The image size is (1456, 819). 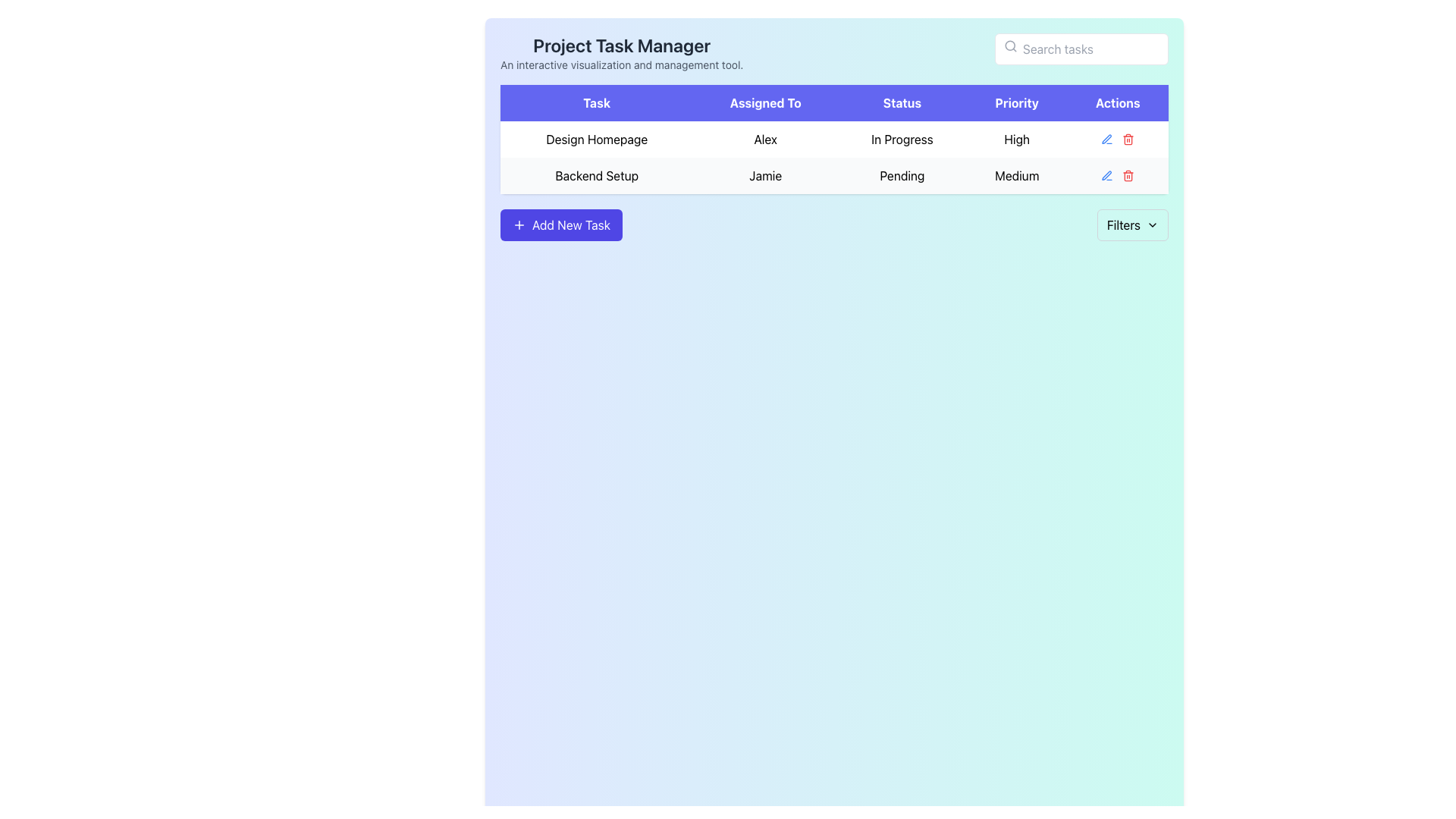 I want to click on the red trash bin icon located in the 'Actions' column of the table, so click(x=1128, y=140).